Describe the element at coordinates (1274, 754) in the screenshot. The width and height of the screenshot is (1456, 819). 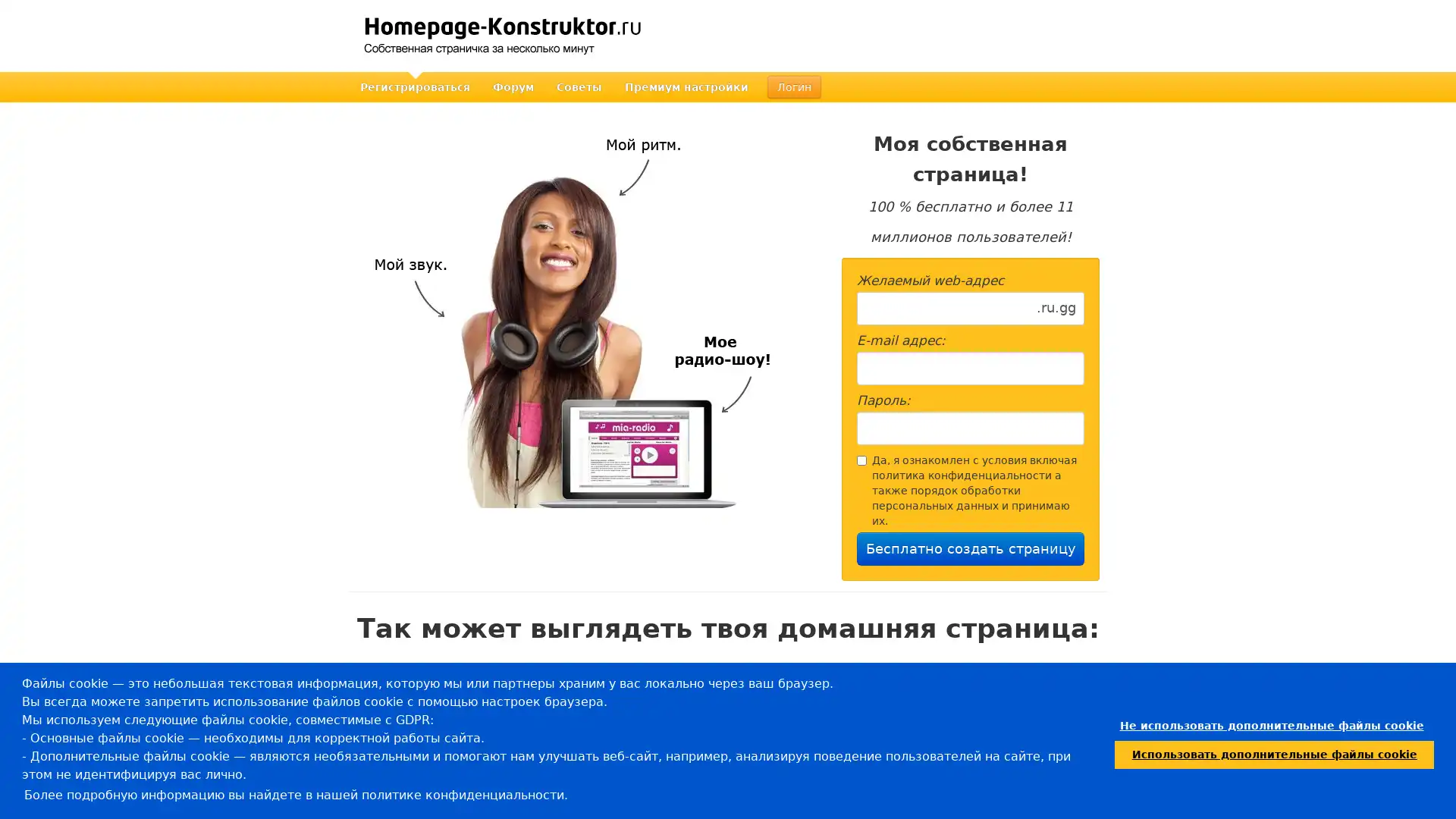
I see `allow cookies` at that location.